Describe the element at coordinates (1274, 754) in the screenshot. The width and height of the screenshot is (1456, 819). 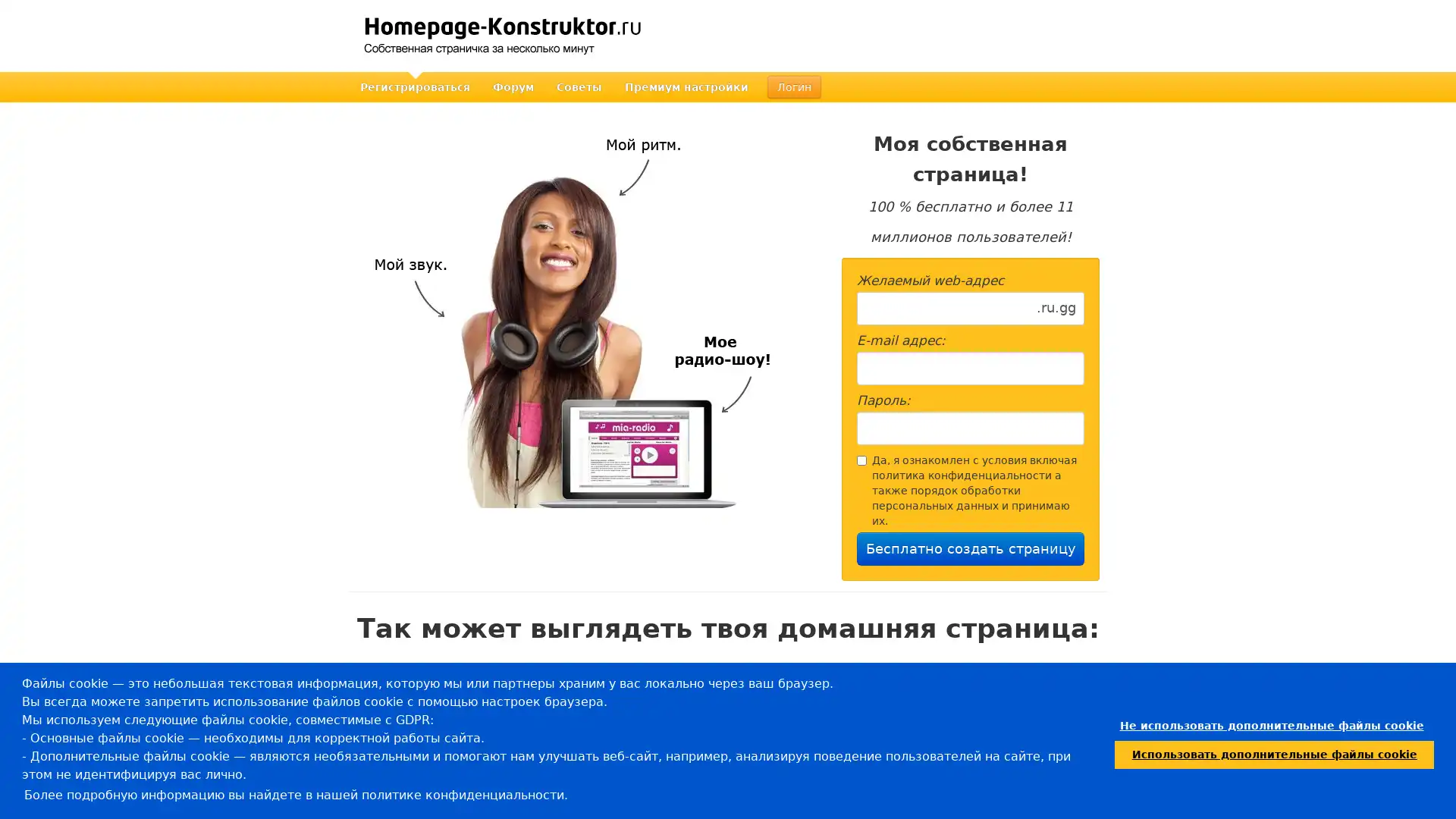
I see `allow cookies` at that location.